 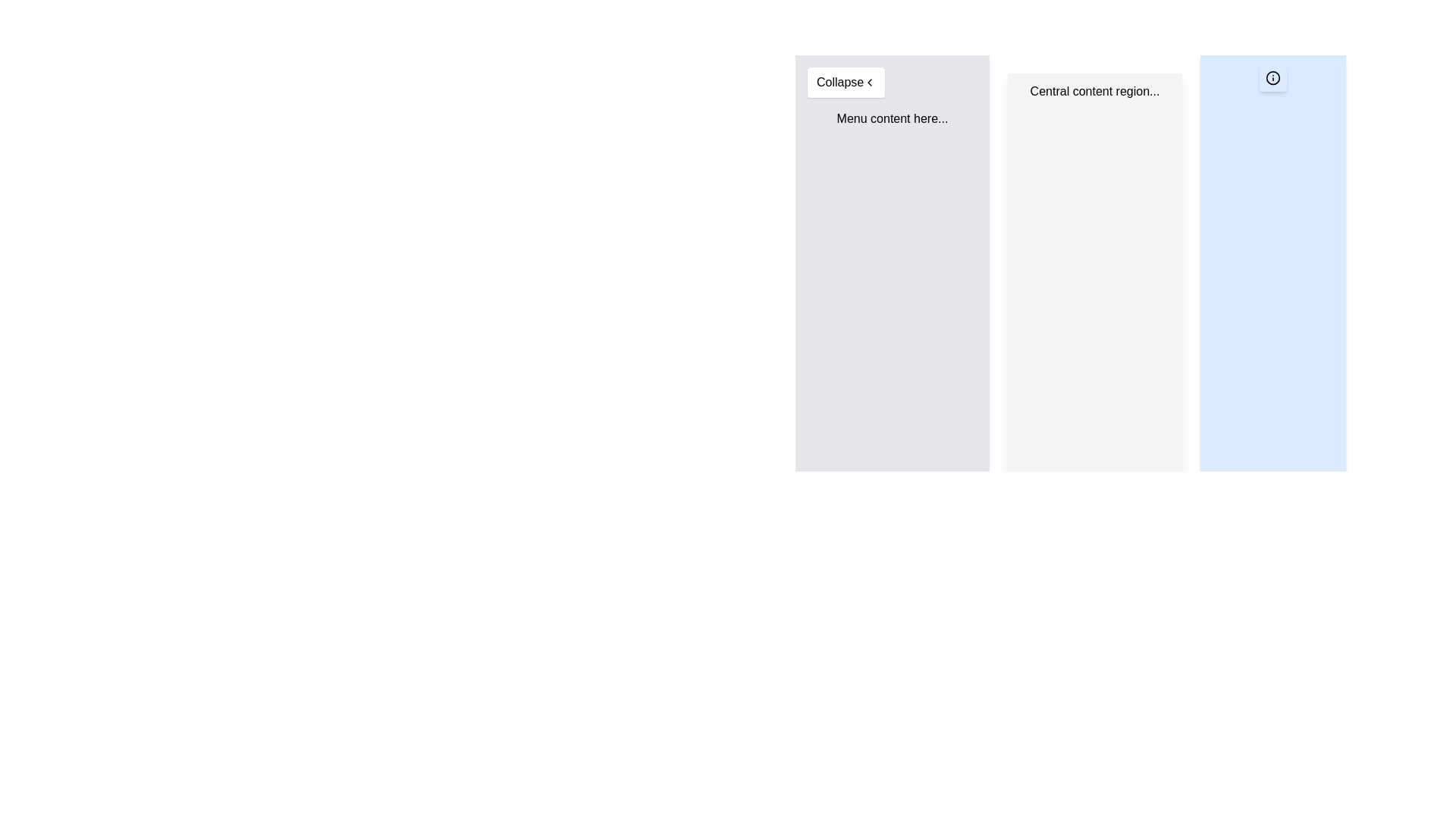 I want to click on the left chevron icon located at the far right side of the 'Collapse' button, so click(x=870, y=82).